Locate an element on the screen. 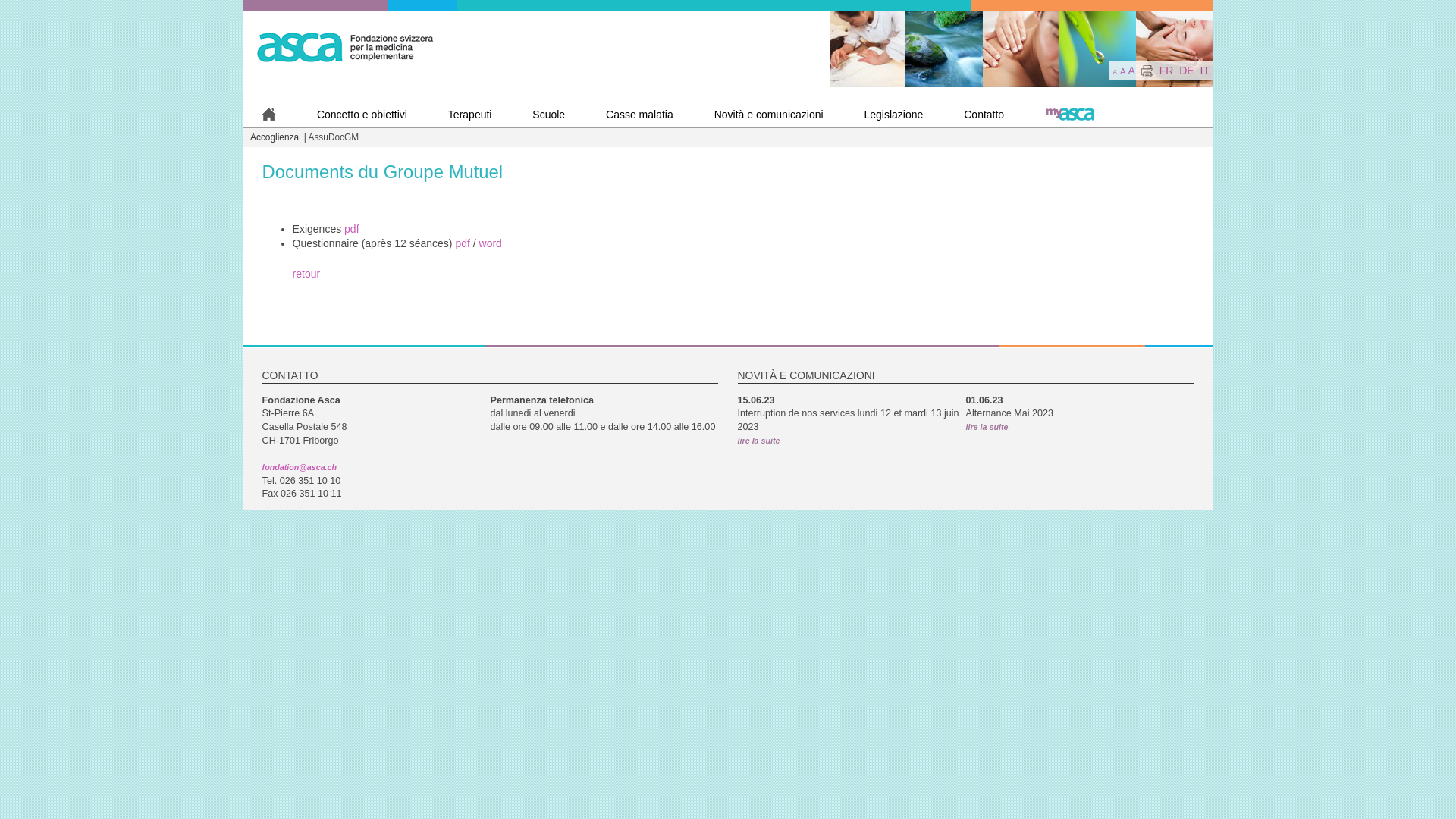 The width and height of the screenshot is (1456, 819). 'Concetto e obiettivi' is located at coordinates (298, 114).